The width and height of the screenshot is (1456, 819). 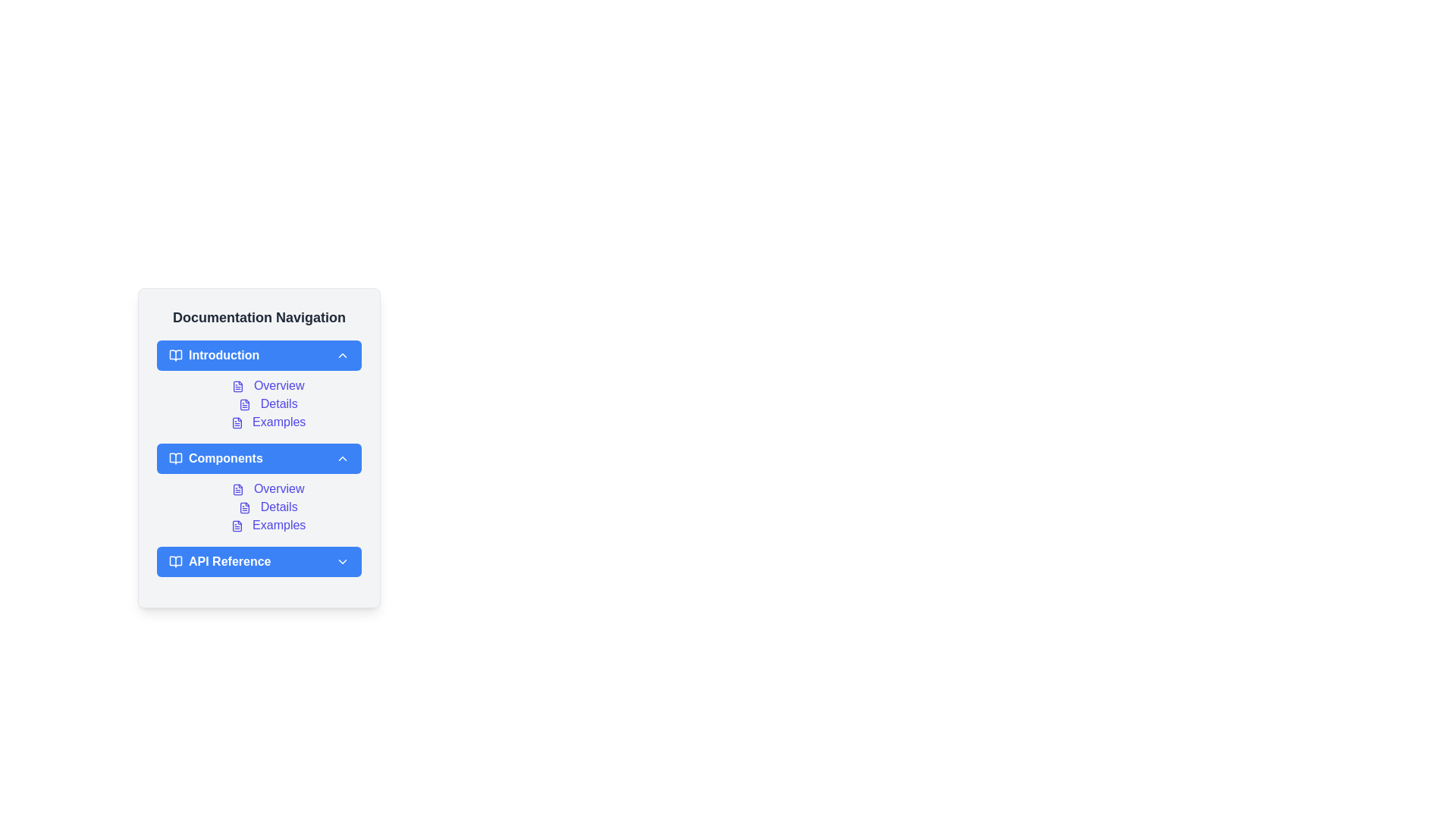 I want to click on the file icon in the navigation menu, located adjacent to the 'Details' link under the 'Components' section, so click(x=245, y=507).